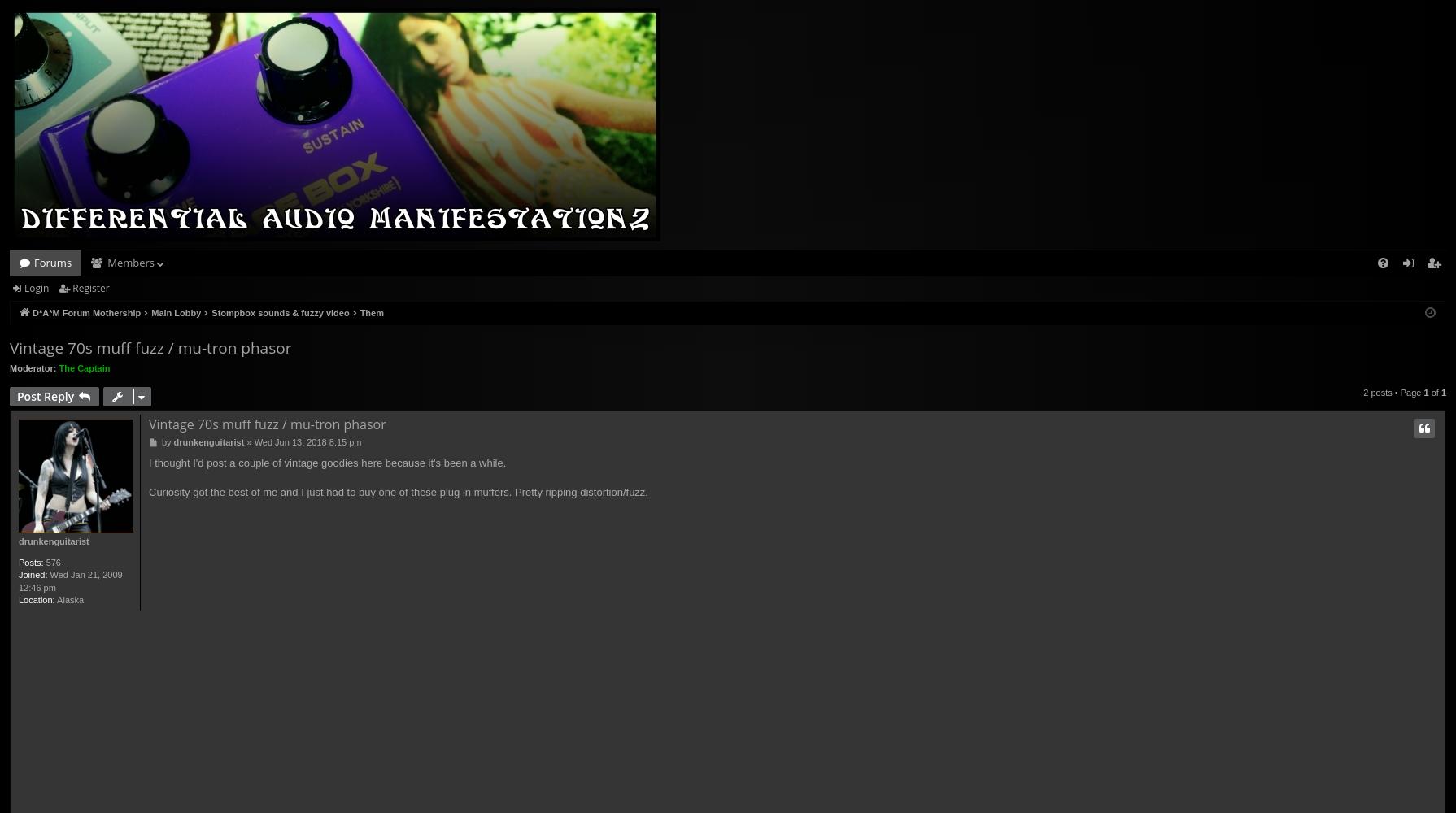 The image size is (1456, 813). I want to click on 'Alaska', so click(69, 598).